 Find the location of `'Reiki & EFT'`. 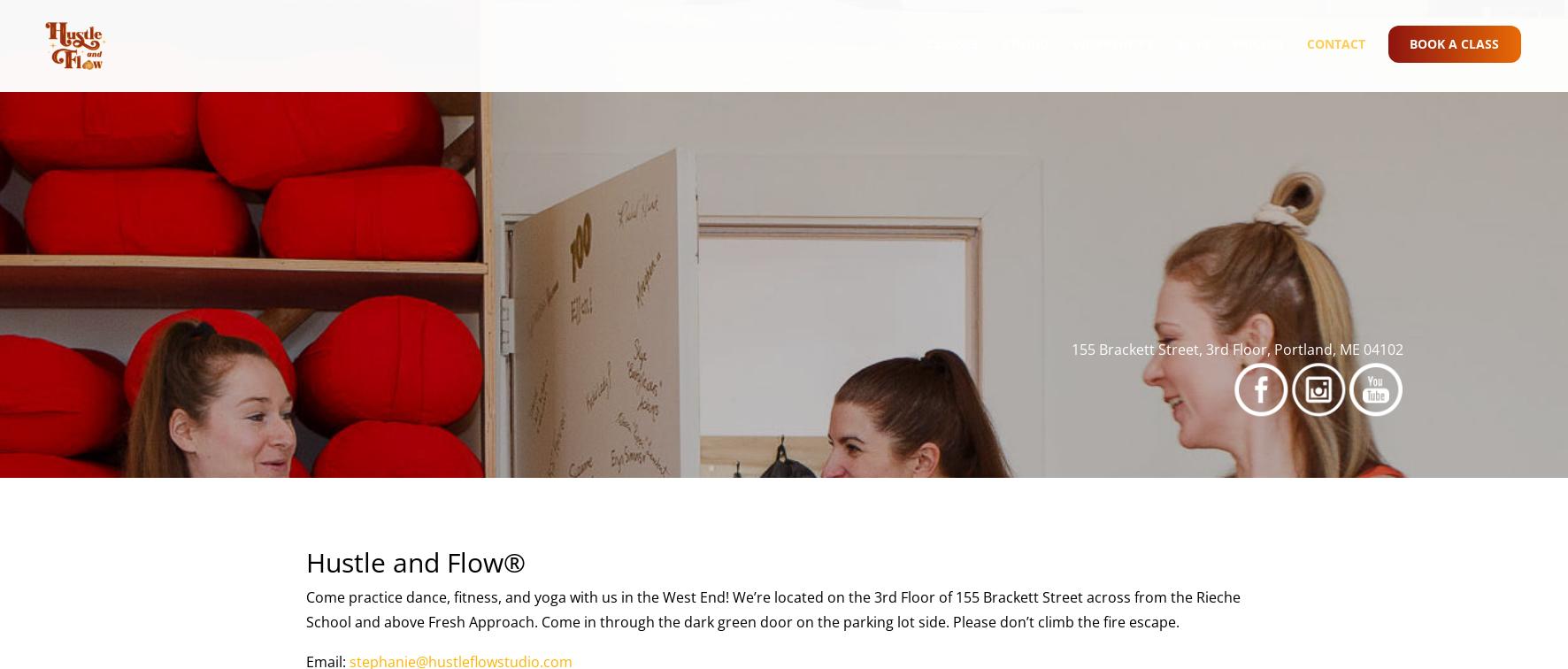

'Reiki & EFT' is located at coordinates (961, 251).